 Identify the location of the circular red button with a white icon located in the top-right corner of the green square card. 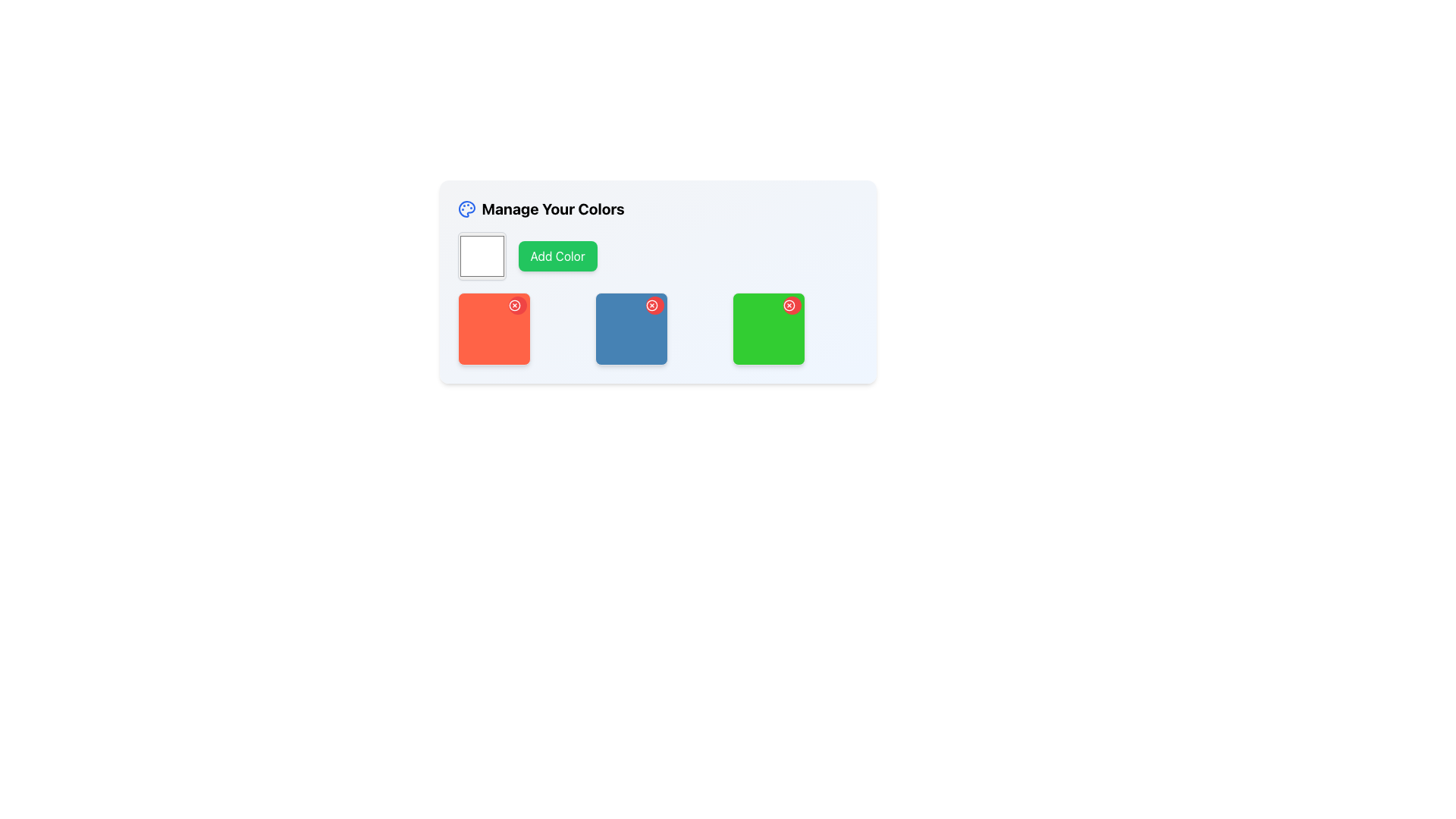
(792, 305).